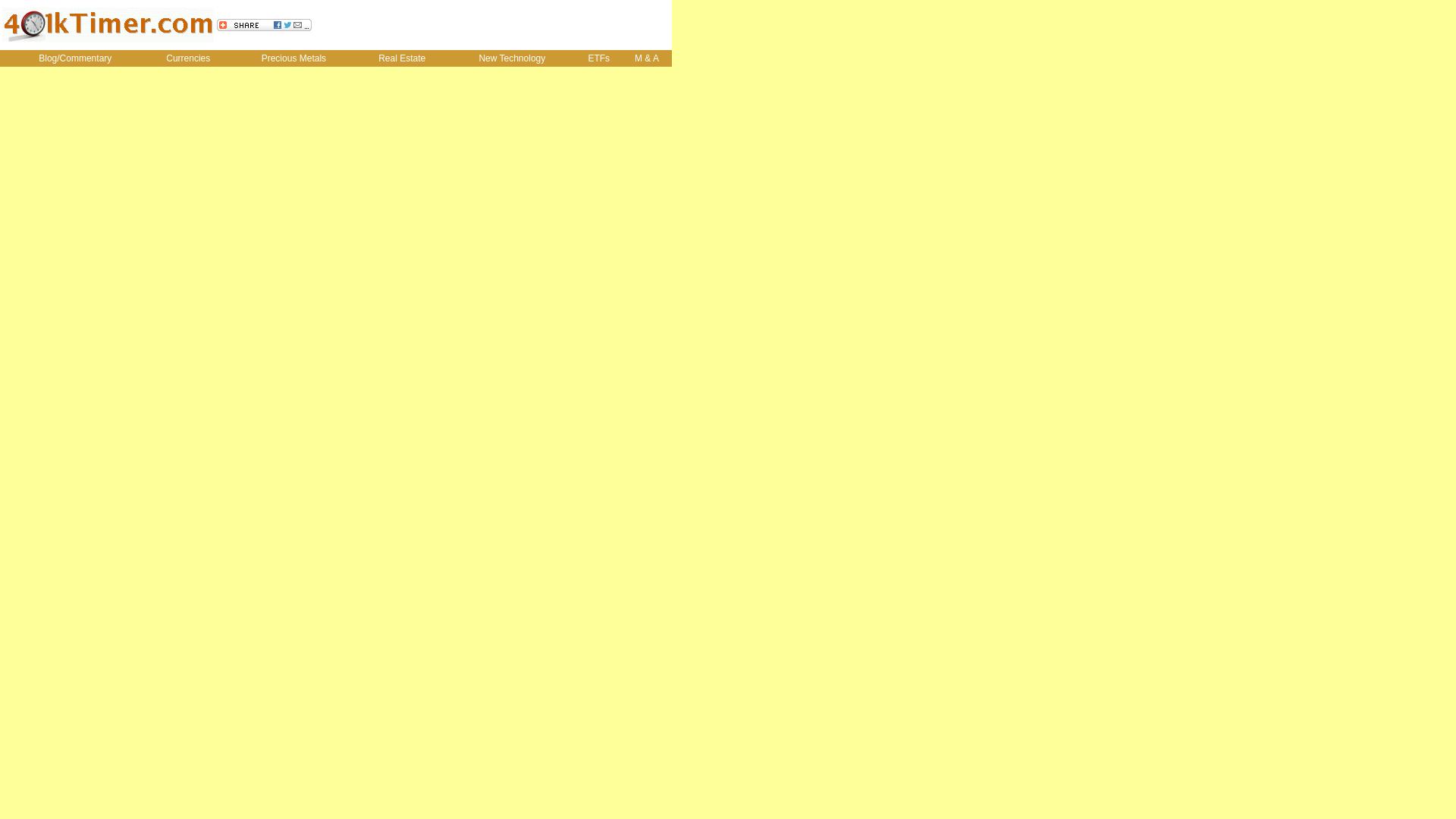 The image size is (1456, 819). Describe the element at coordinates (647, 58) in the screenshot. I see `'M & A'` at that location.